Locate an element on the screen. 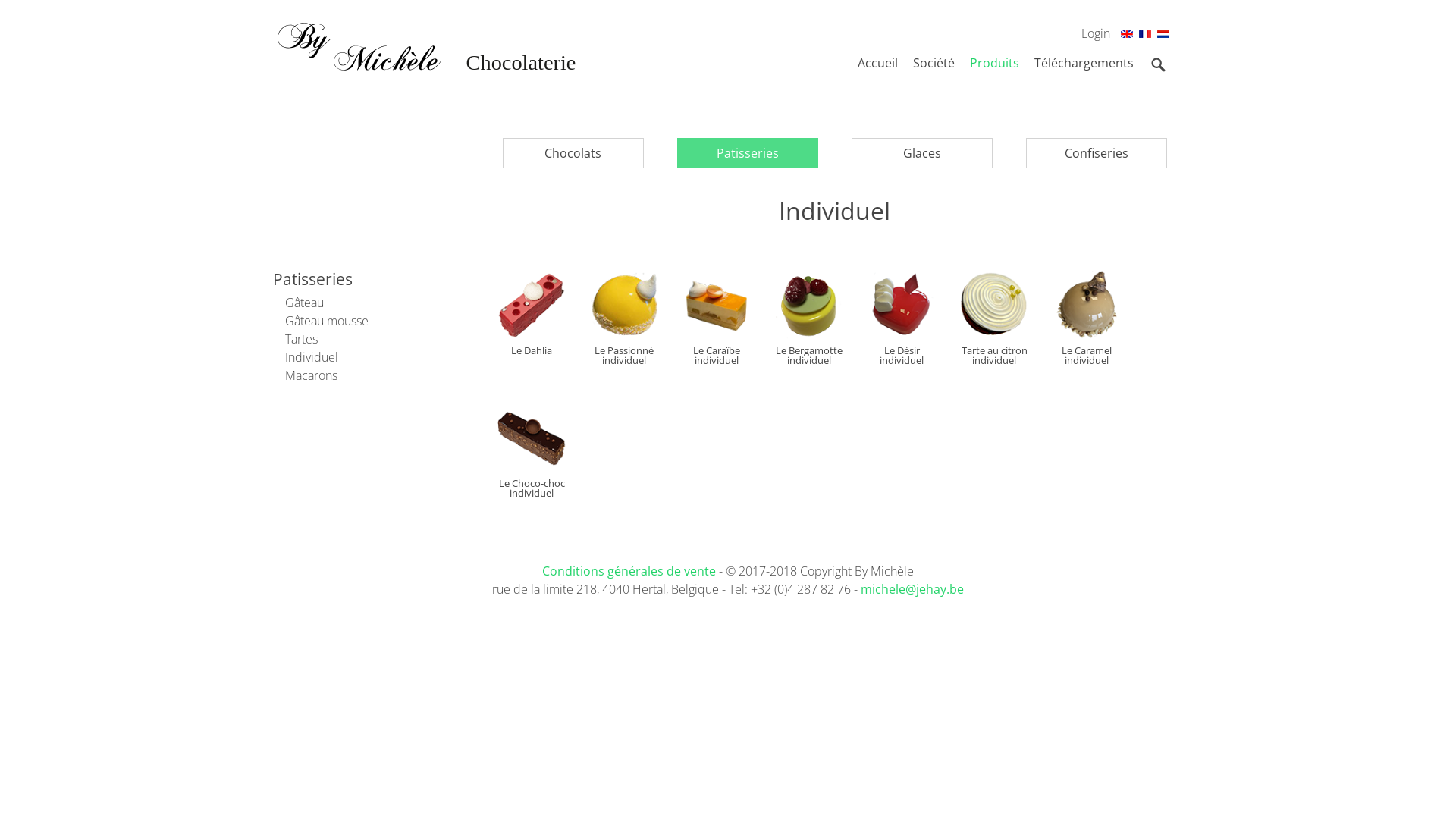 Image resolution: width=1456 pixels, height=819 pixels. 'Le Bergamotte individuel' is located at coordinates (808, 318).